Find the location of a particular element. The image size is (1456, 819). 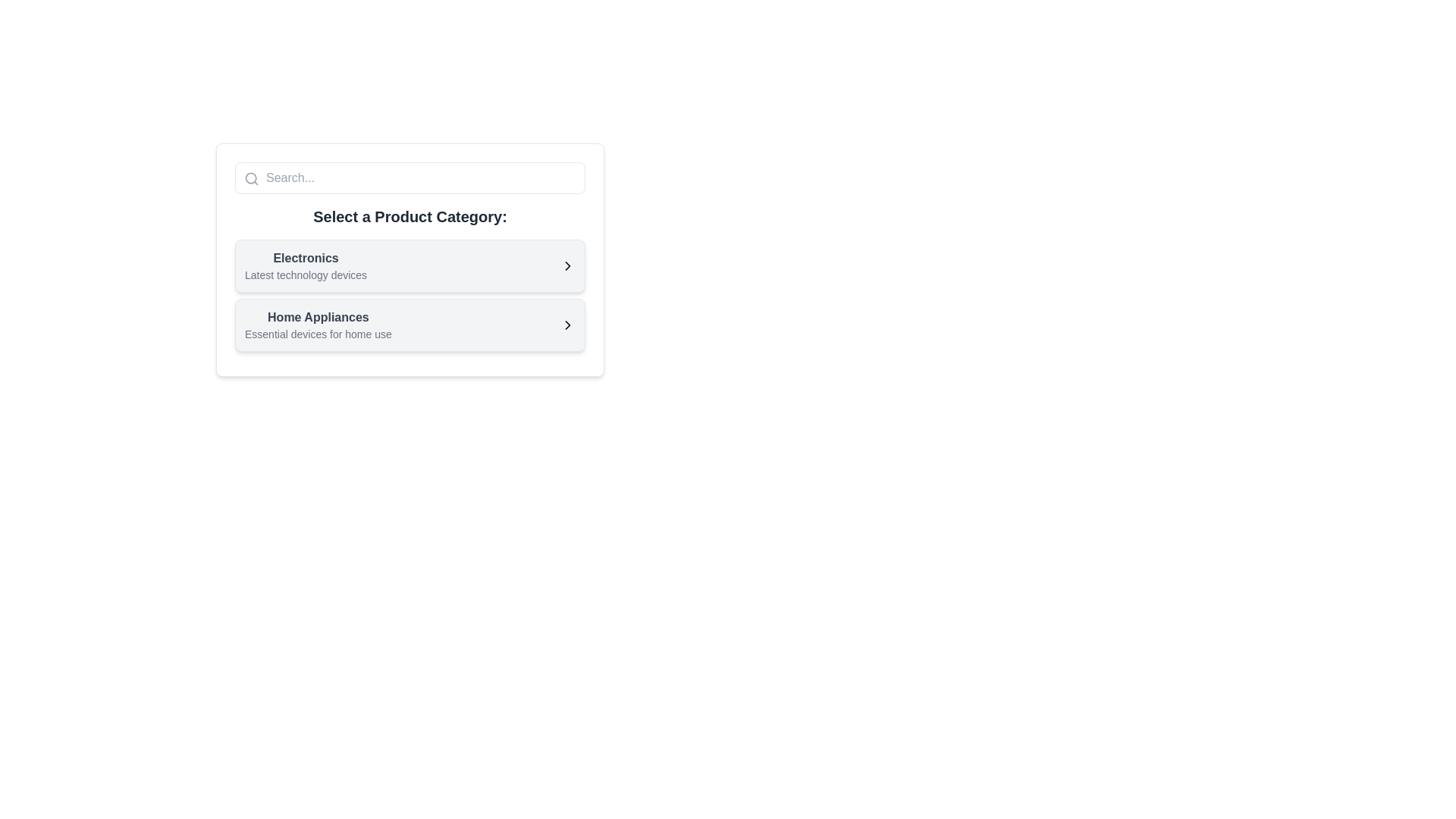

the chevron-shaped rightward arrow icon located at the right edge of the 'Home Appliances' list item is located at coordinates (566, 324).